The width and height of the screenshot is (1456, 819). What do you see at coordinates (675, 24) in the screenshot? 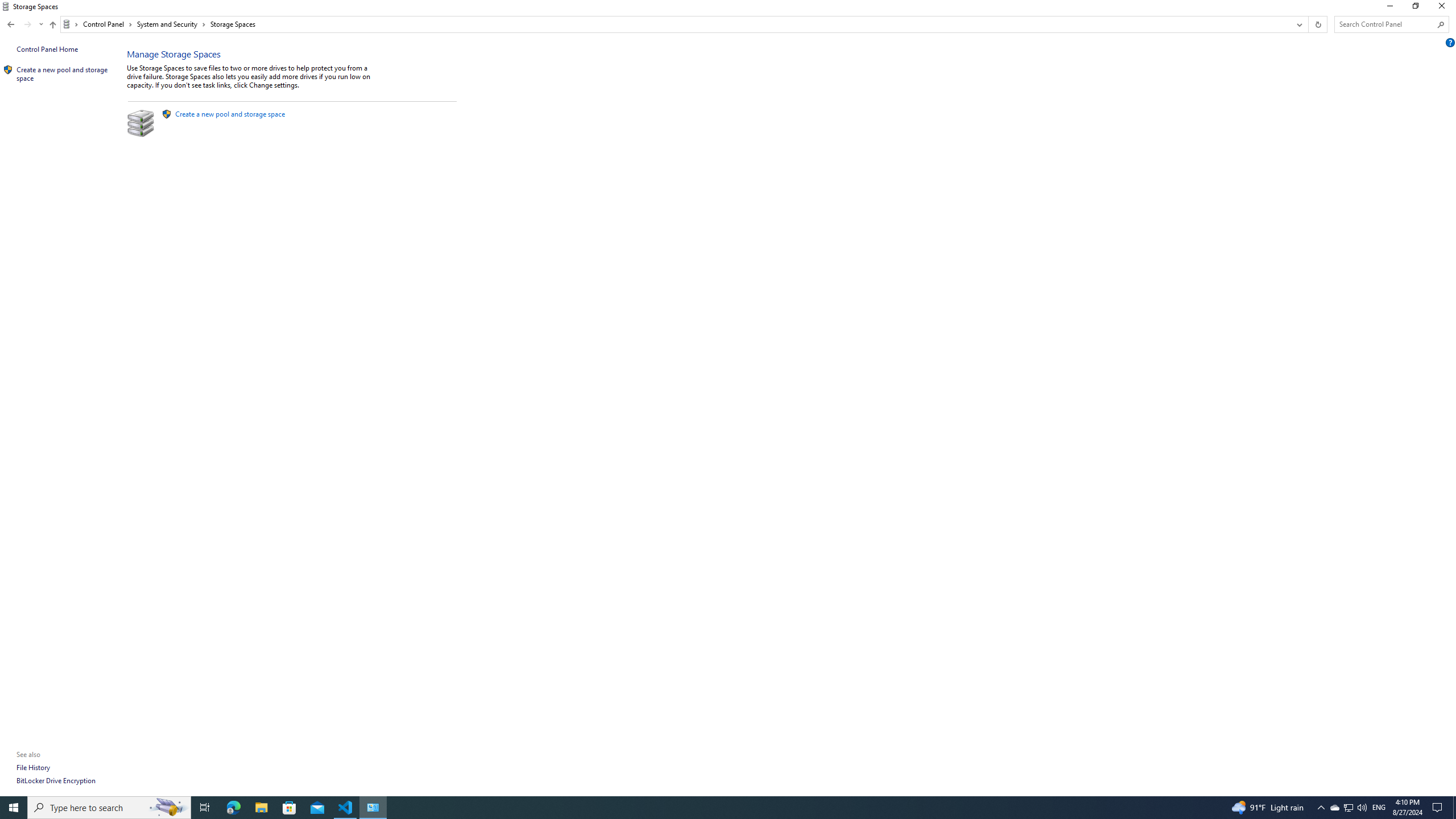
I see `'Address: Control Panel\System and Security\Storage Spaces'` at bounding box center [675, 24].